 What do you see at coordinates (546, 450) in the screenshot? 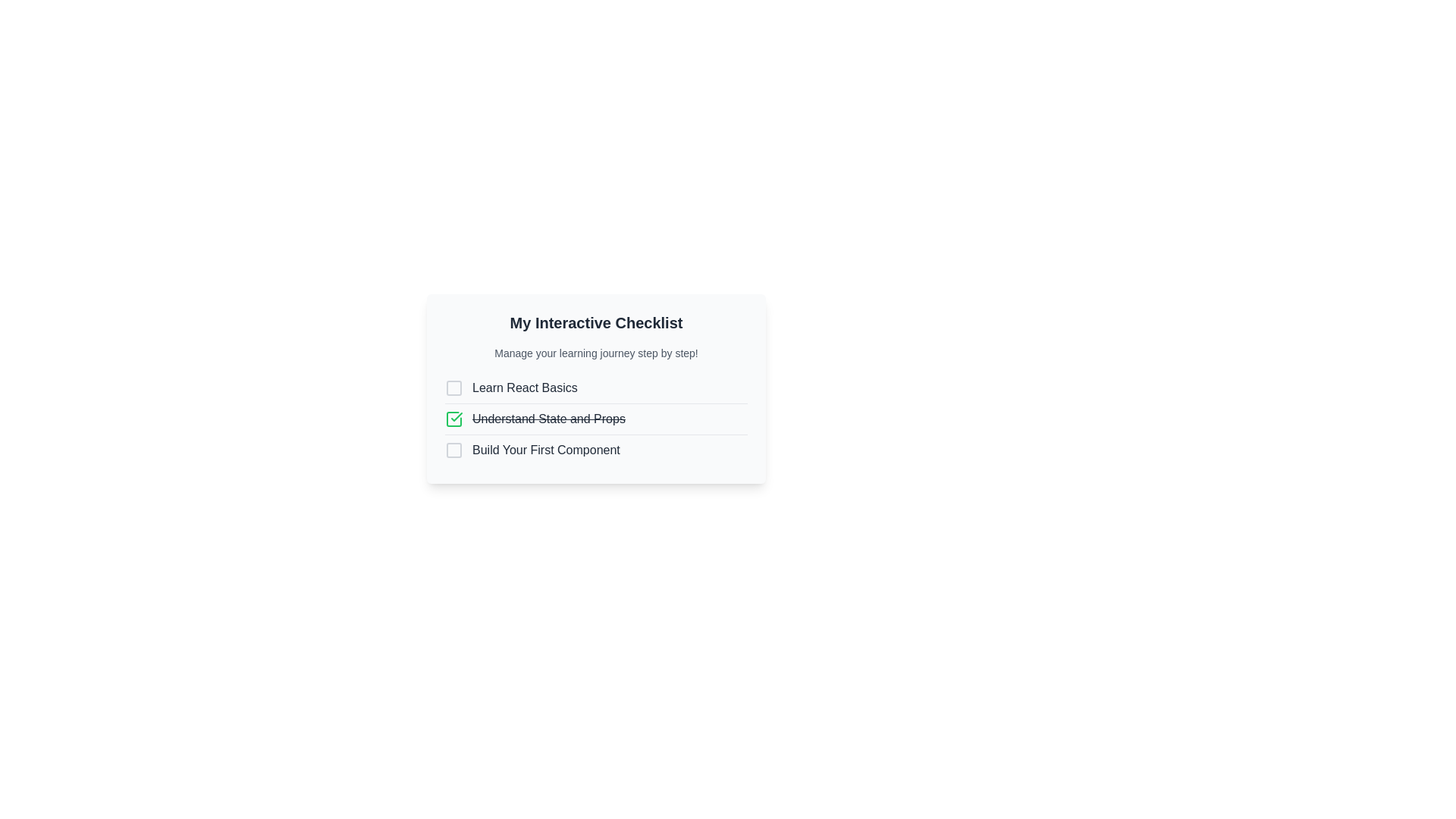
I see `the static text label displaying 'Build Your First Component' in the interactive checklist interface, located in the third row below 'Understand State and Props'` at bounding box center [546, 450].